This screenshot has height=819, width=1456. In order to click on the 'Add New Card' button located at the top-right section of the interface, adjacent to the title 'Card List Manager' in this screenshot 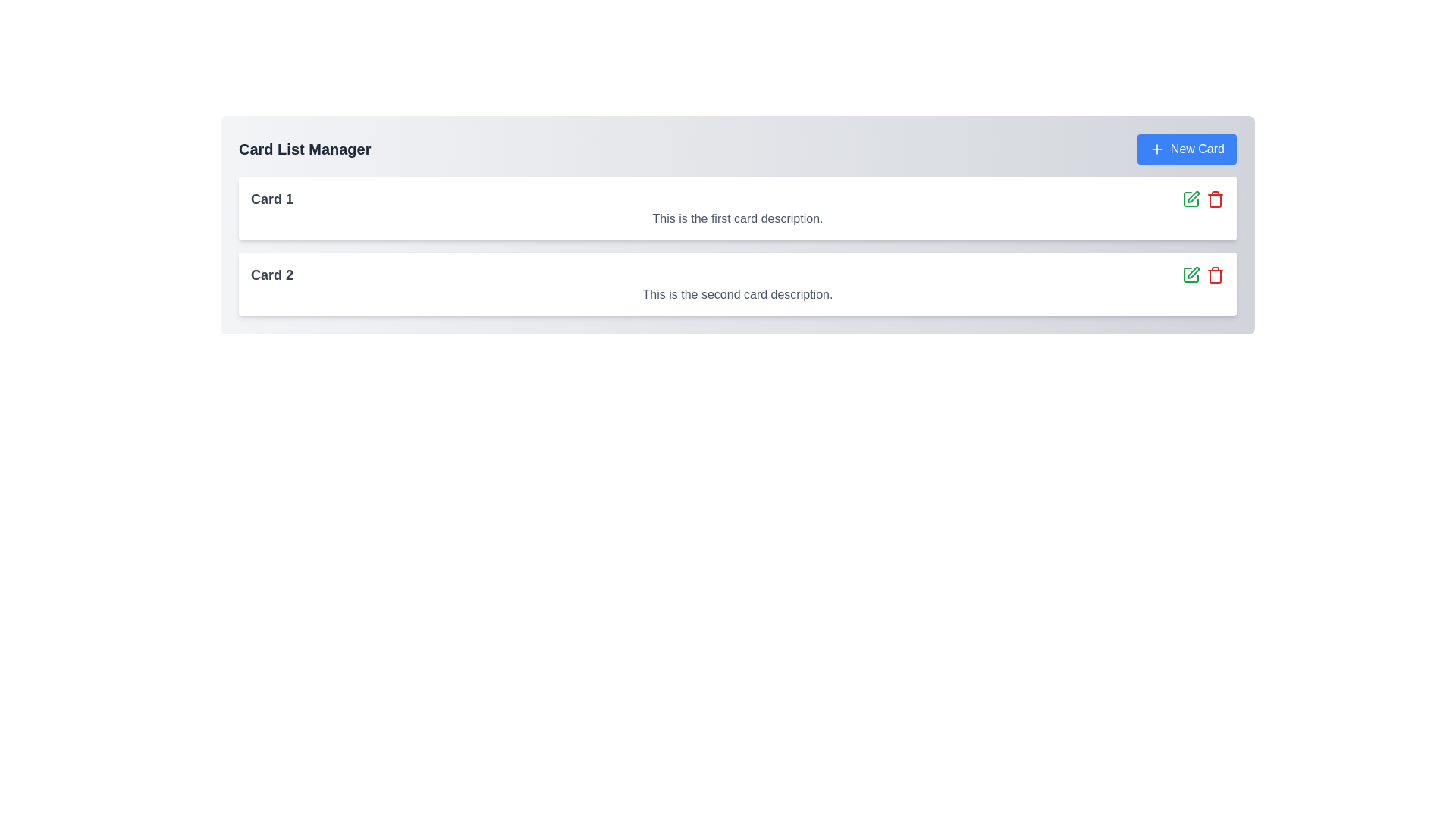, I will do `click(1186, 149)`.